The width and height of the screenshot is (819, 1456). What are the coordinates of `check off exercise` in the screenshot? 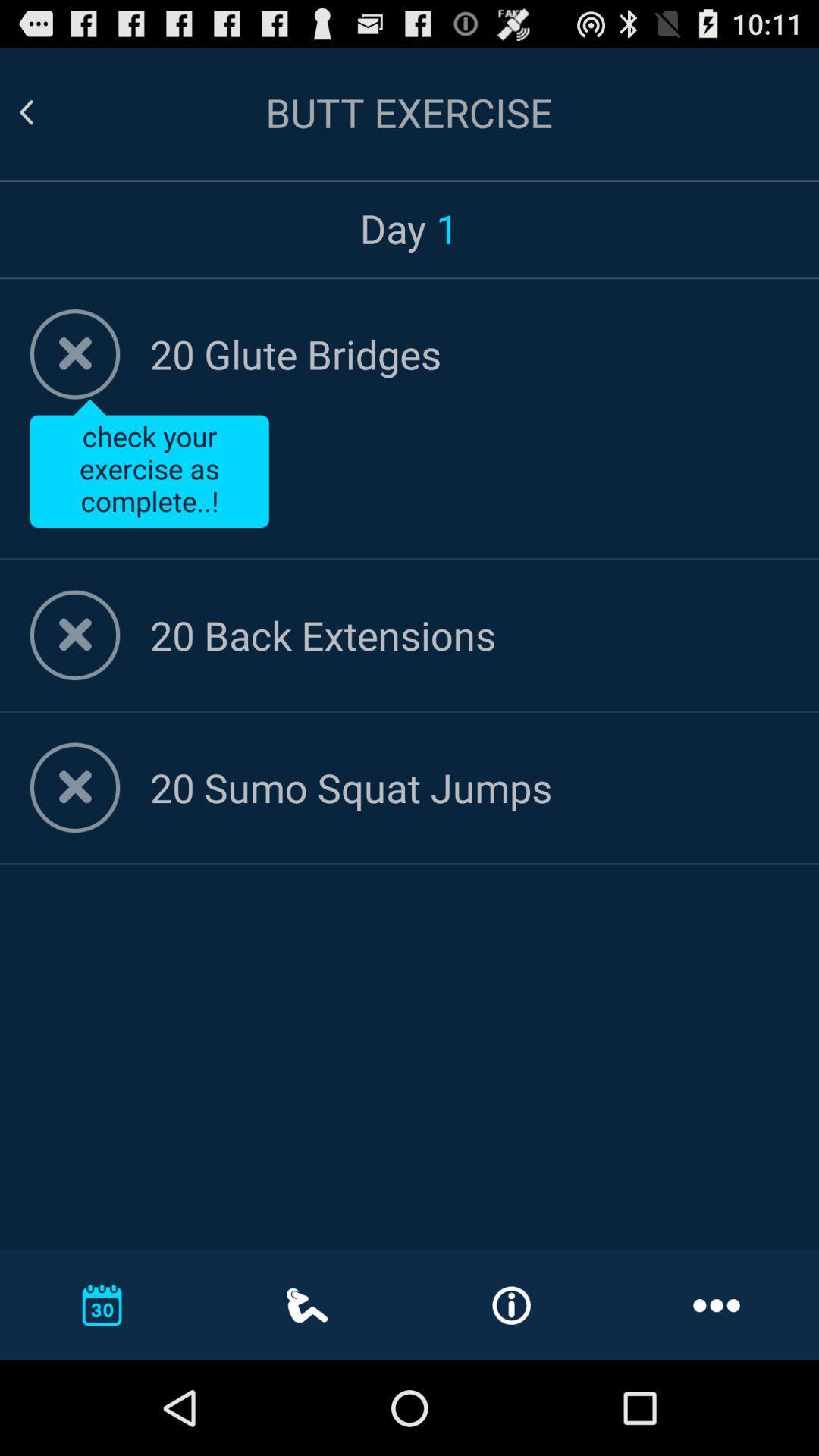 It's located at (75, 353).